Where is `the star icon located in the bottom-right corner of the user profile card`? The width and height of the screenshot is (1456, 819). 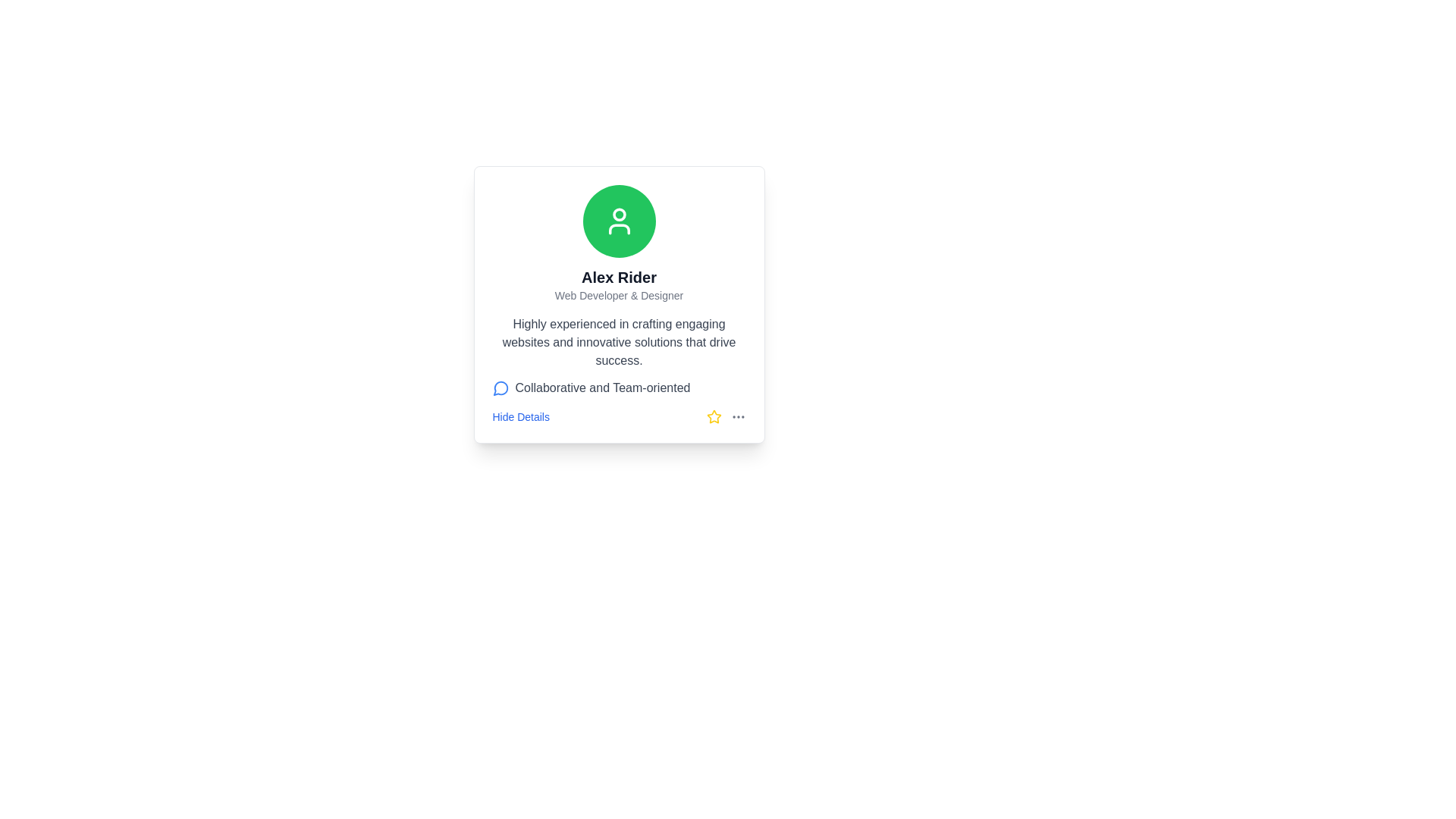
the star icon located in the bottom-right corner of the user profile card is located at coordinates (713, 416).